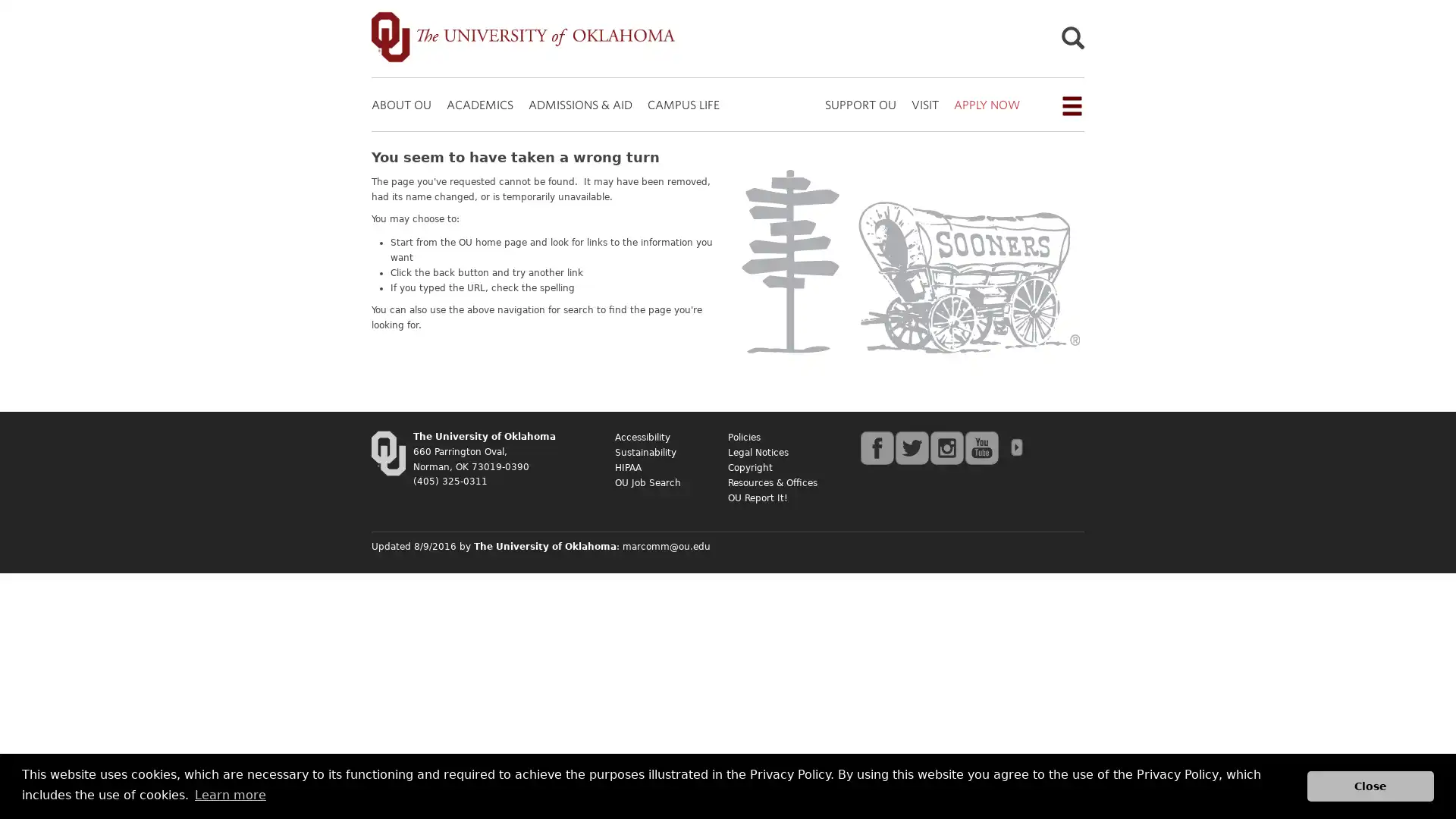 This screenshot has width=1456, height=819. What do you see at coordinates (1072, 40) in the screenshot?
I see `Open Search` at bounding box center [1072, 40].